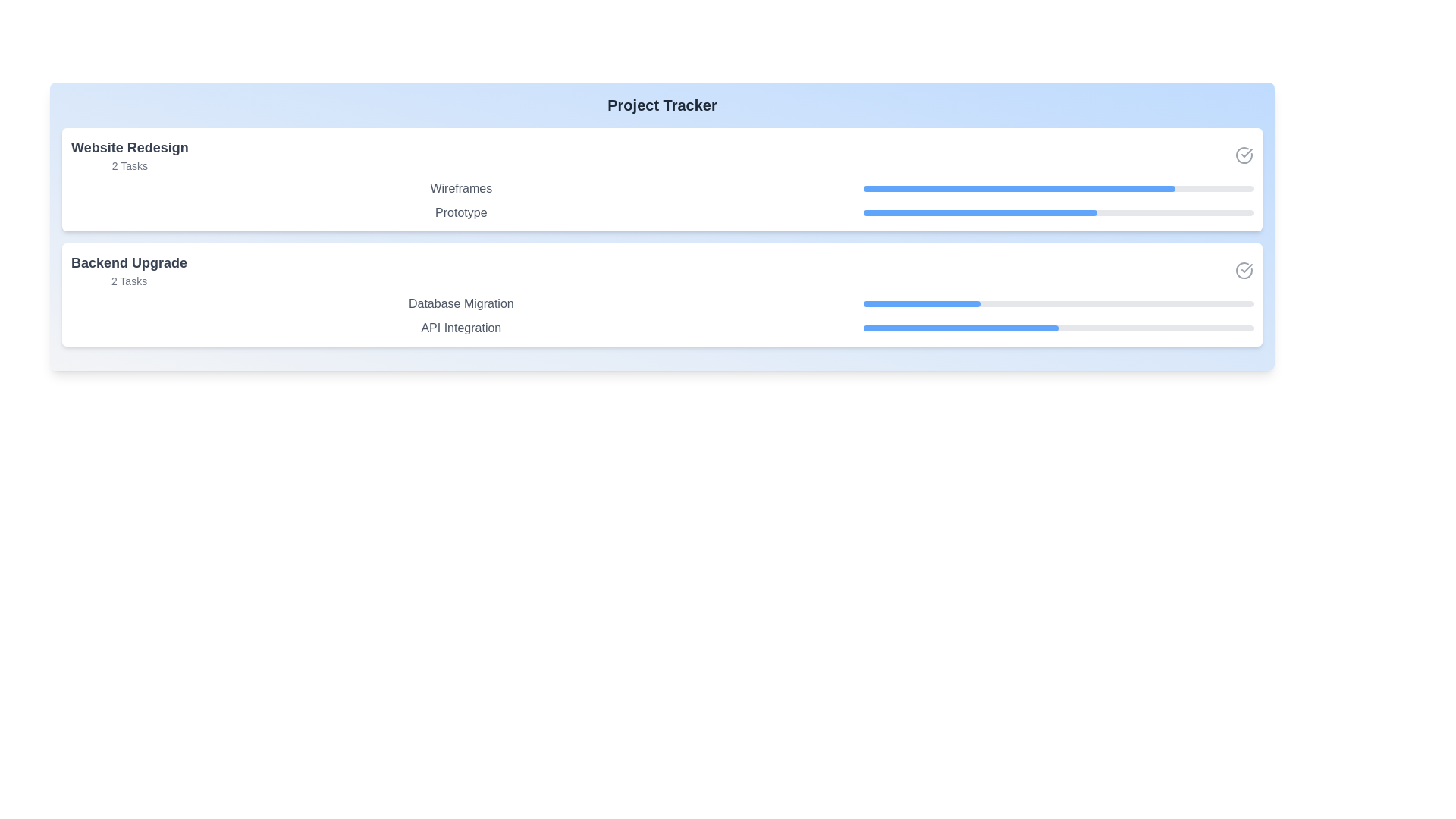 The width and height of the screenshot is (1456, 819). What do you see at coordinates (1057, 327) in the screenshot?
I see `the thin horizontal progress bar indicating 50% completion, which is aligned with the 'API Integration' label and is the second progress bar in the 'Backend Upgrade' section of the 'Project Tracker' interface` at bounding box center [1057, 327].